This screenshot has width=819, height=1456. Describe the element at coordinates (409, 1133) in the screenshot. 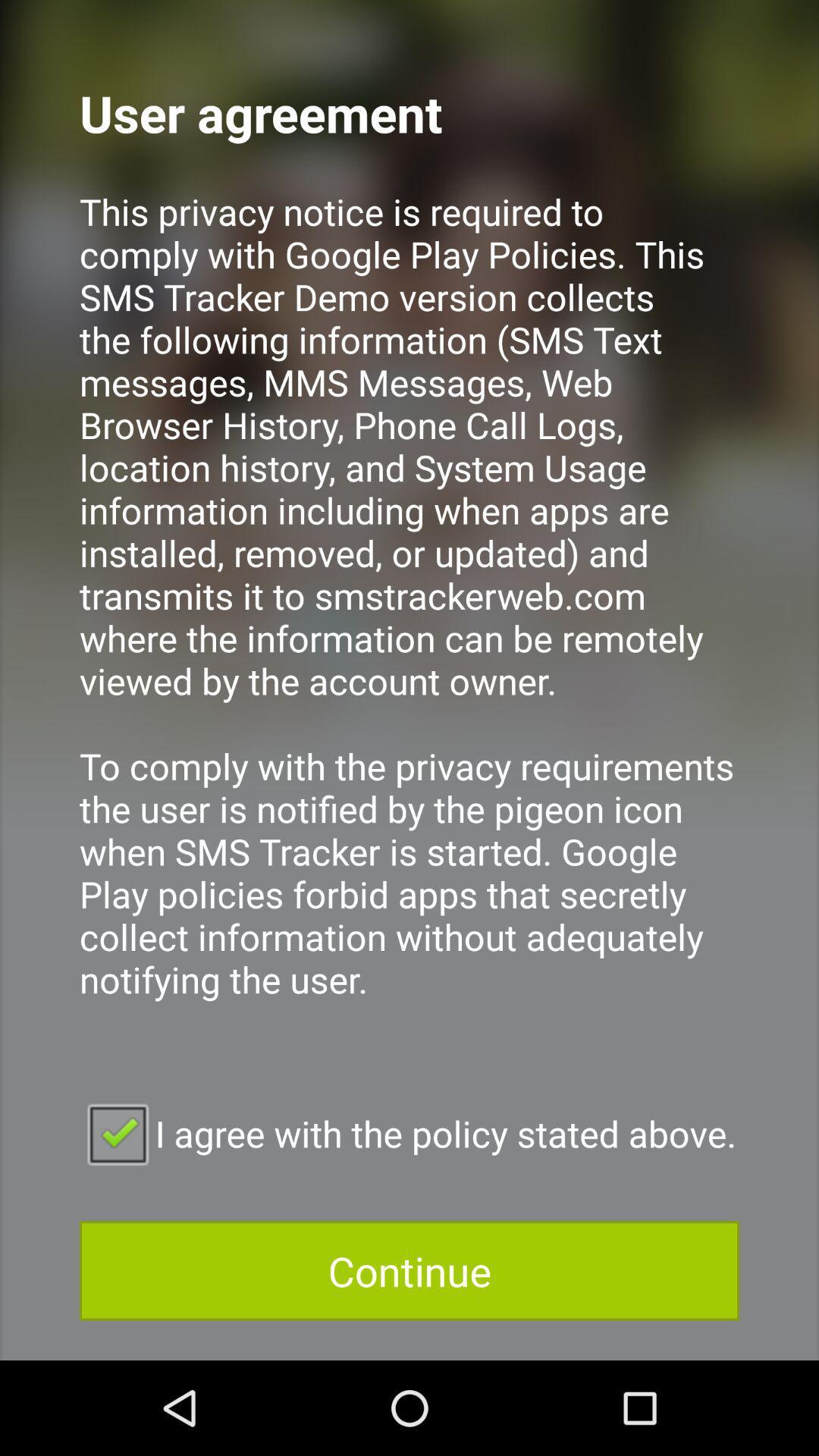

I see `item above continue item` at that location.